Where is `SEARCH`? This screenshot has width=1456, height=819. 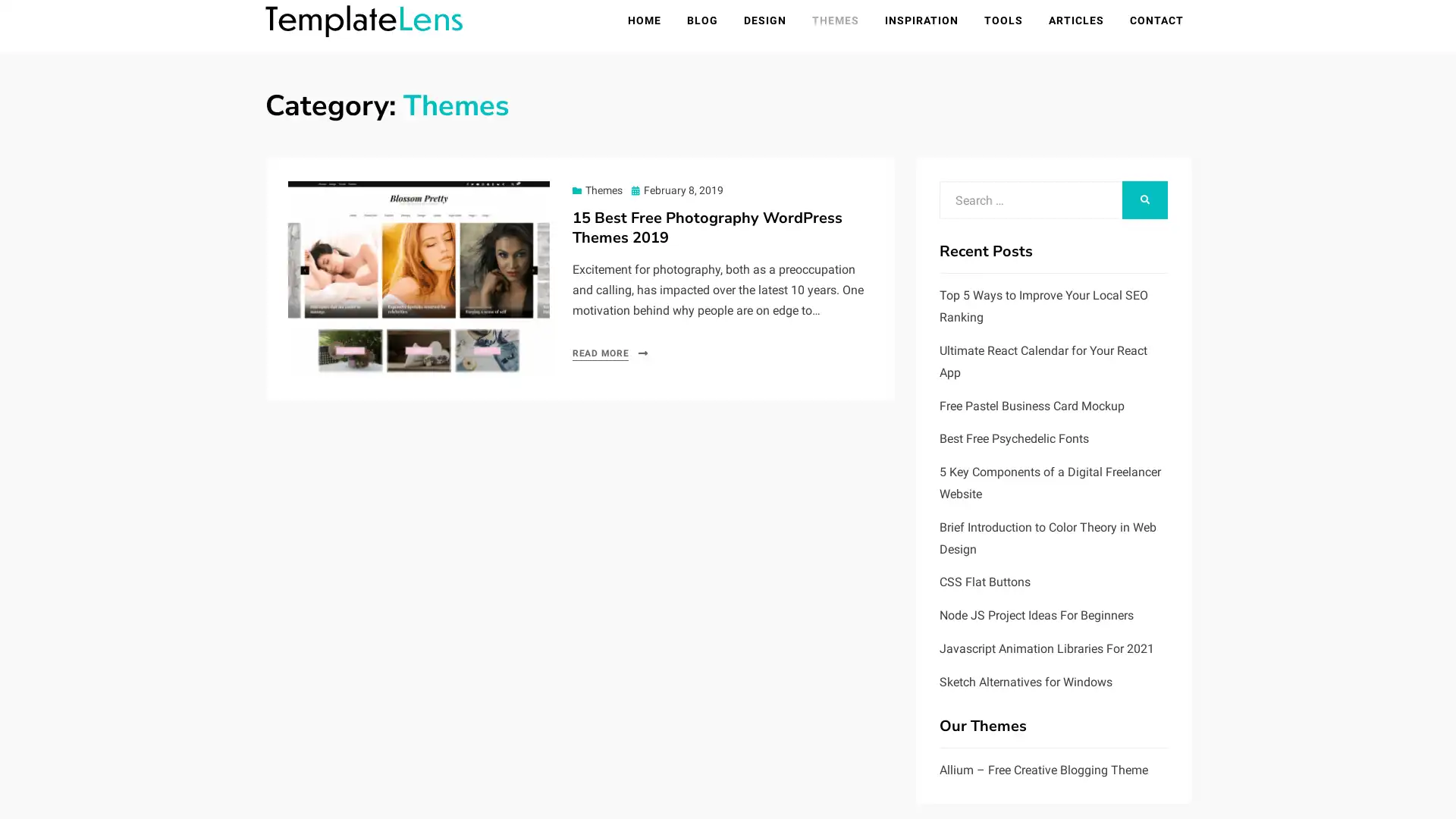 SEARCH is located at coordinates (1145, 201).